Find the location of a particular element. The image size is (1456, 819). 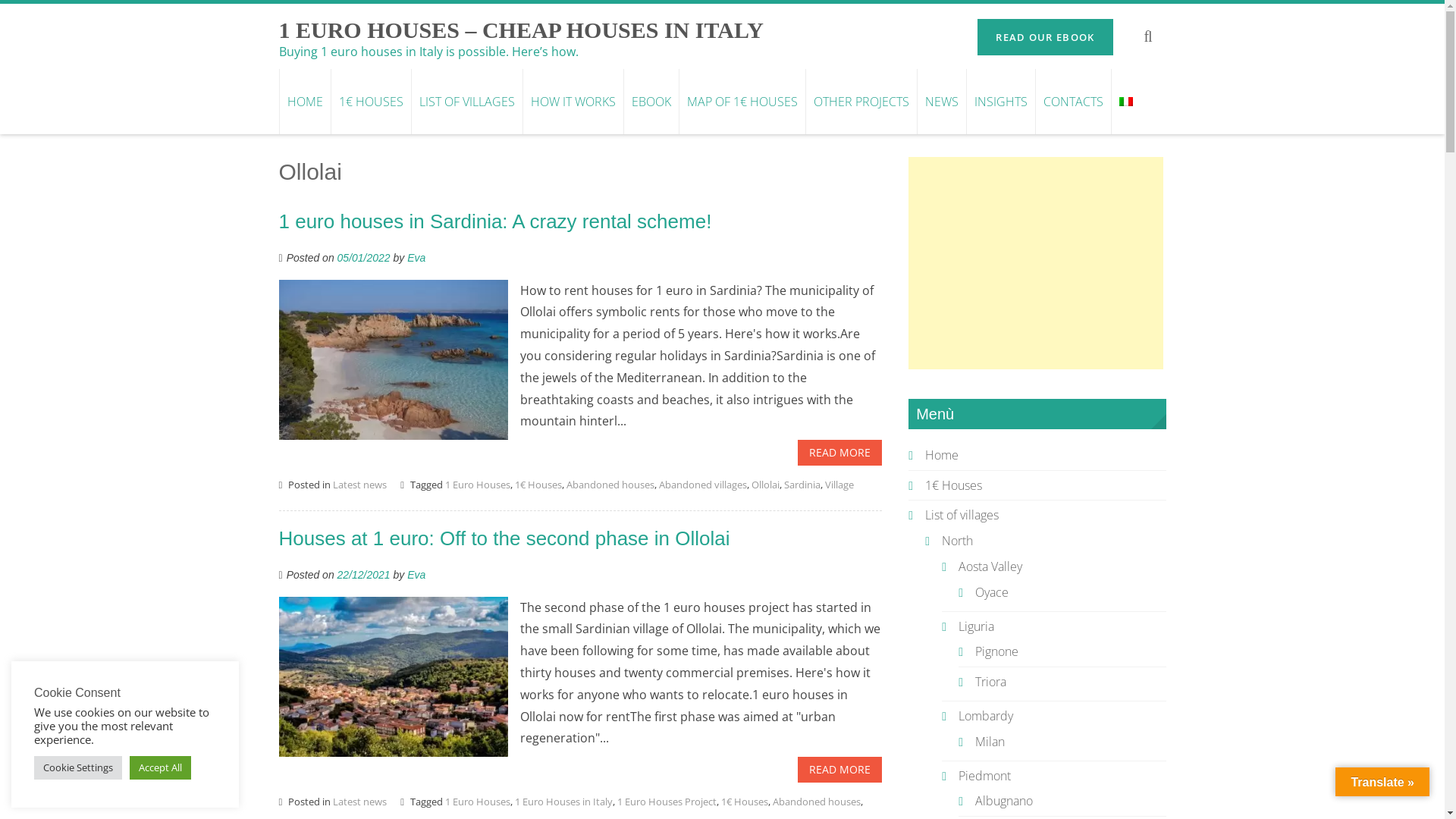

'22/12/2021' is located at coordinates (364, 575).